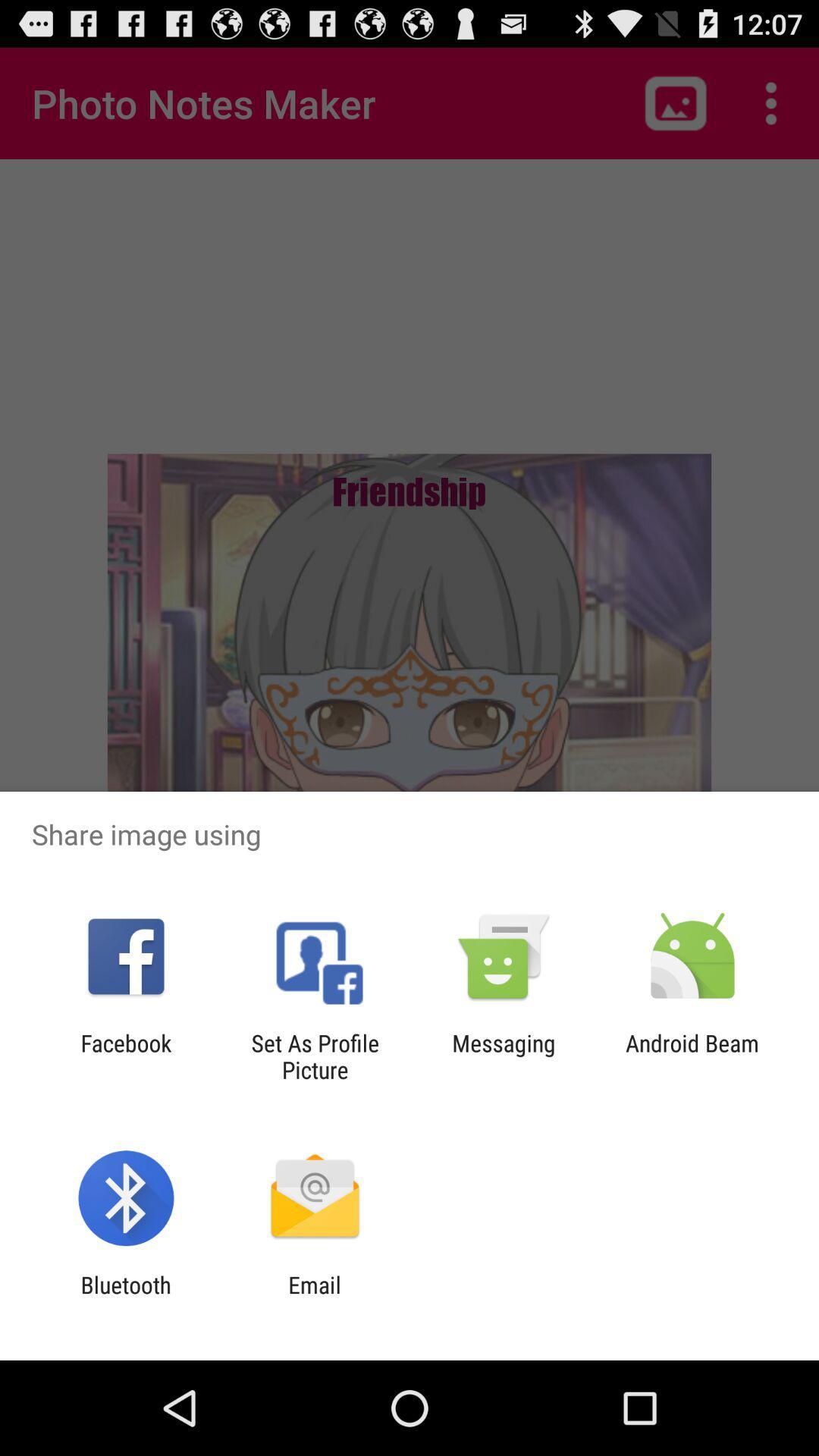  What do you see at coordinates (314, 1056) in the screenshot?
I see `icon next to facebook` at bounding box center [314, 1056].